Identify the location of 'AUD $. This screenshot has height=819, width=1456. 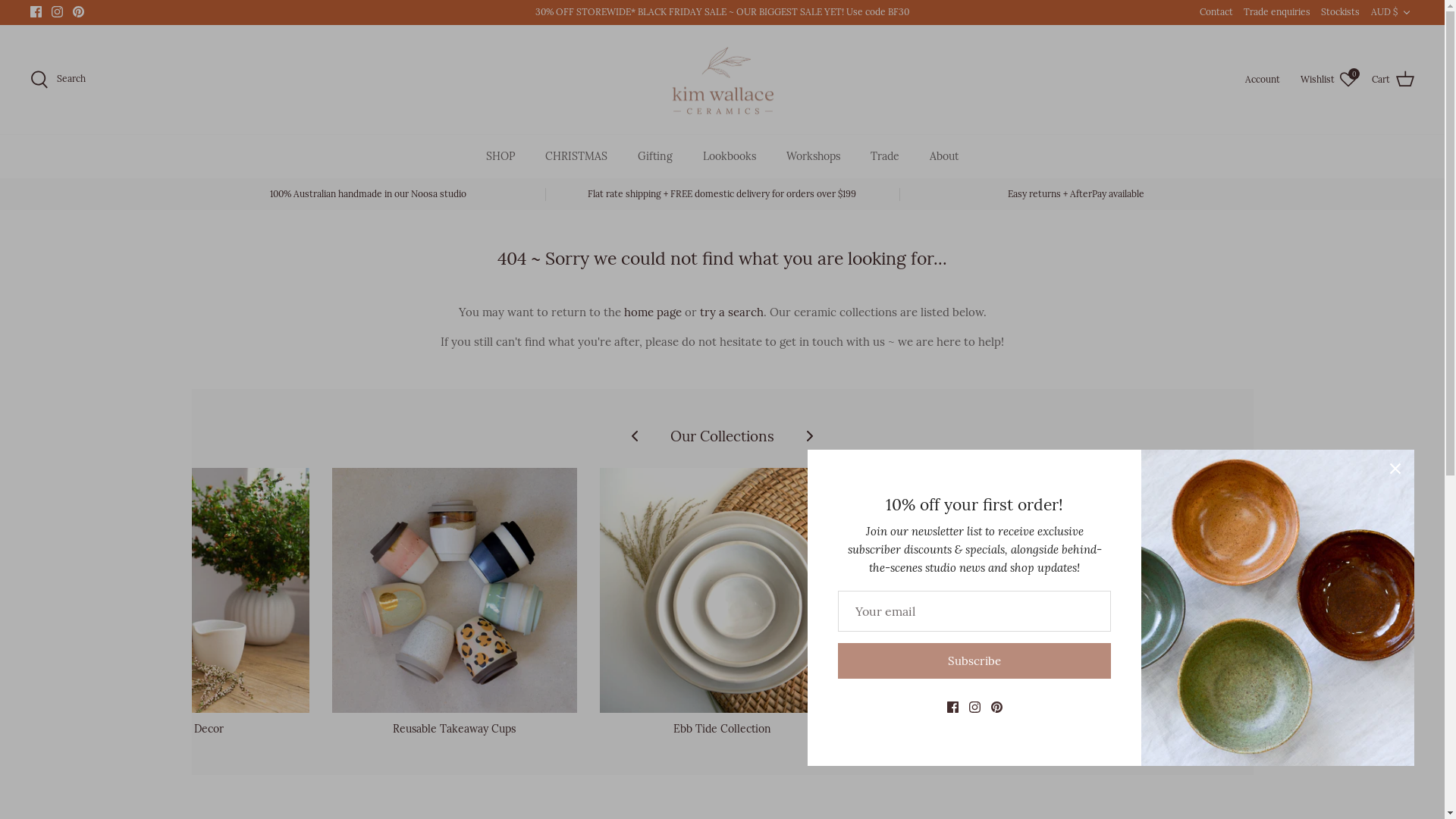
(1371, 12).